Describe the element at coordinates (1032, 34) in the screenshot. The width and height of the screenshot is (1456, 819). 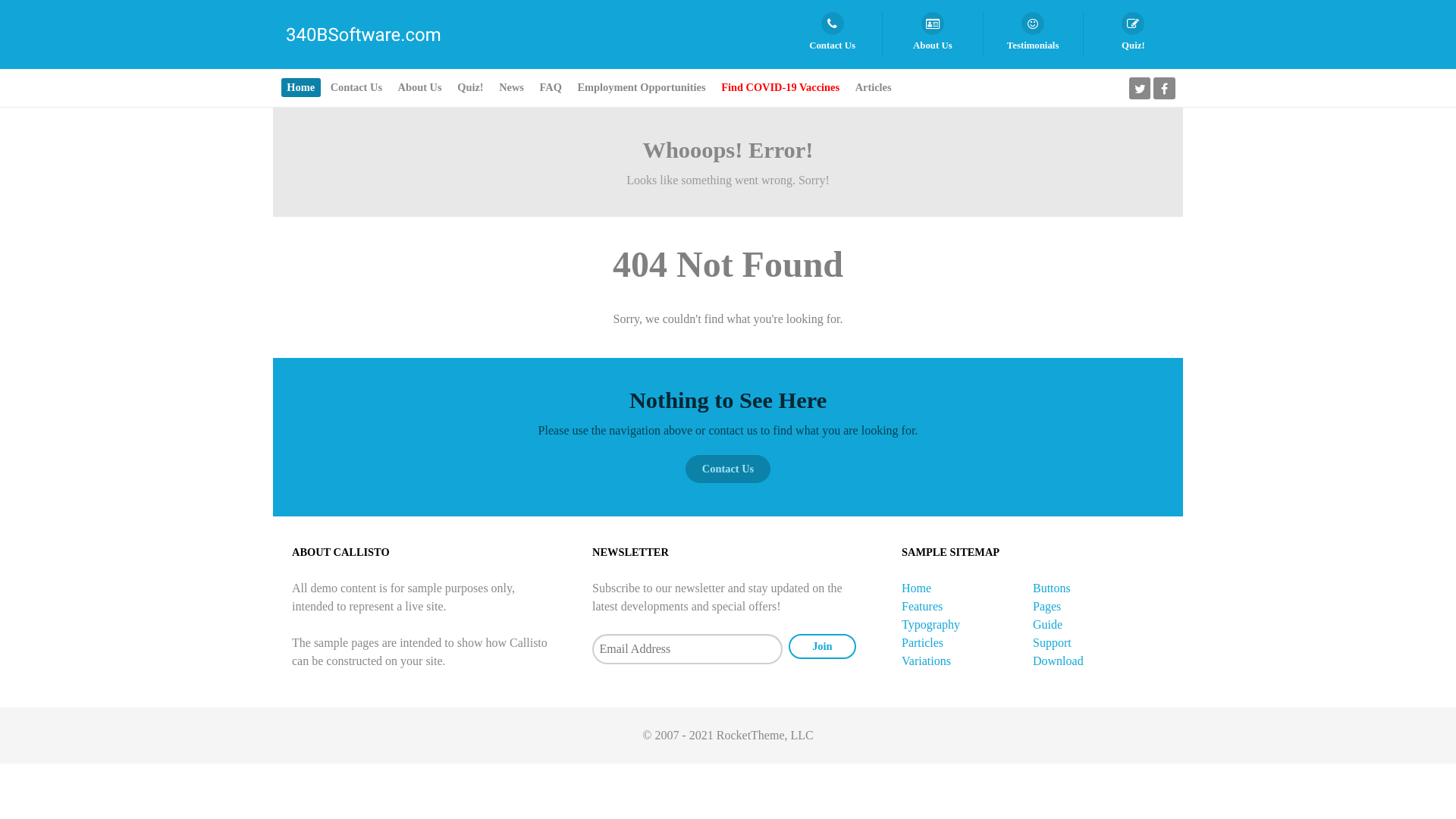
I see `'Testimonials'` at that location.